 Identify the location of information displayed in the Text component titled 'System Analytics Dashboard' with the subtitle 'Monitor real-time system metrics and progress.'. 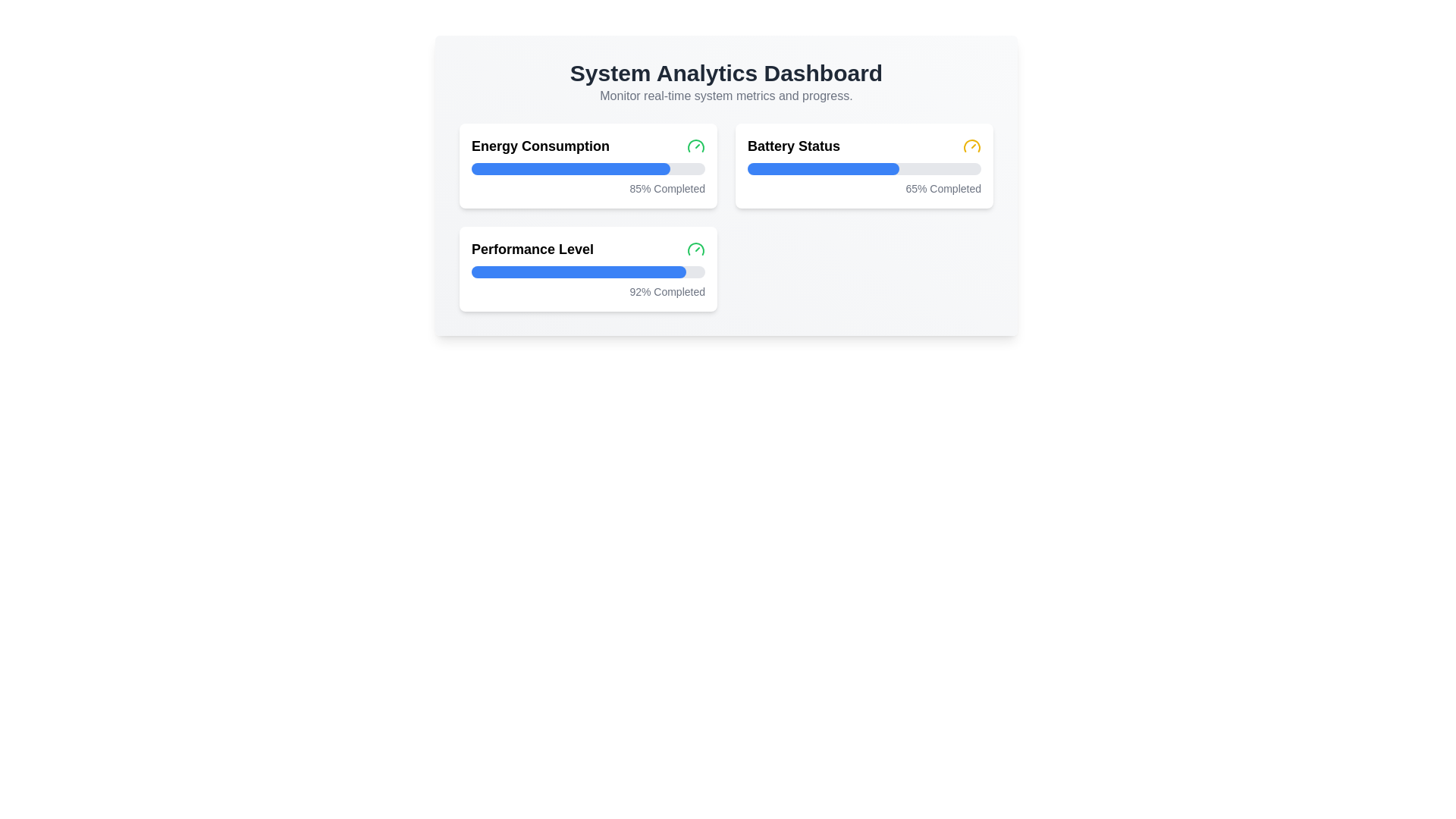
(726, 82).